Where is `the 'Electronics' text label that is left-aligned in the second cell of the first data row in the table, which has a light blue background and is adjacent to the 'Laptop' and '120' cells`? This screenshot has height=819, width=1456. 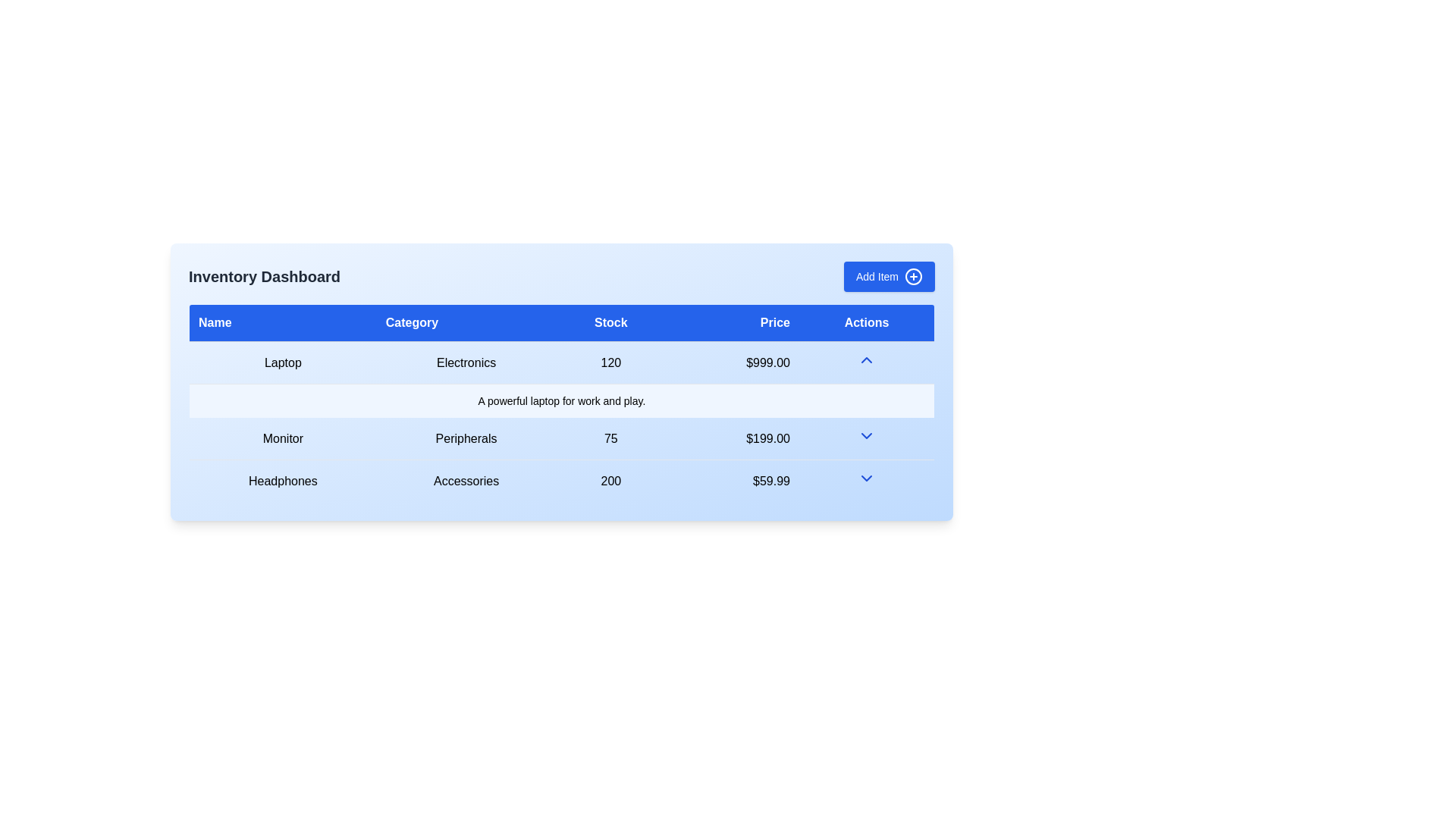
the 'Electronics' text label that is left-aligned in the second cell of the first data row in the table, which has a light blue background and is adjacent to the 'Laptop' and '120' cells is located at coordinates (466, 362).